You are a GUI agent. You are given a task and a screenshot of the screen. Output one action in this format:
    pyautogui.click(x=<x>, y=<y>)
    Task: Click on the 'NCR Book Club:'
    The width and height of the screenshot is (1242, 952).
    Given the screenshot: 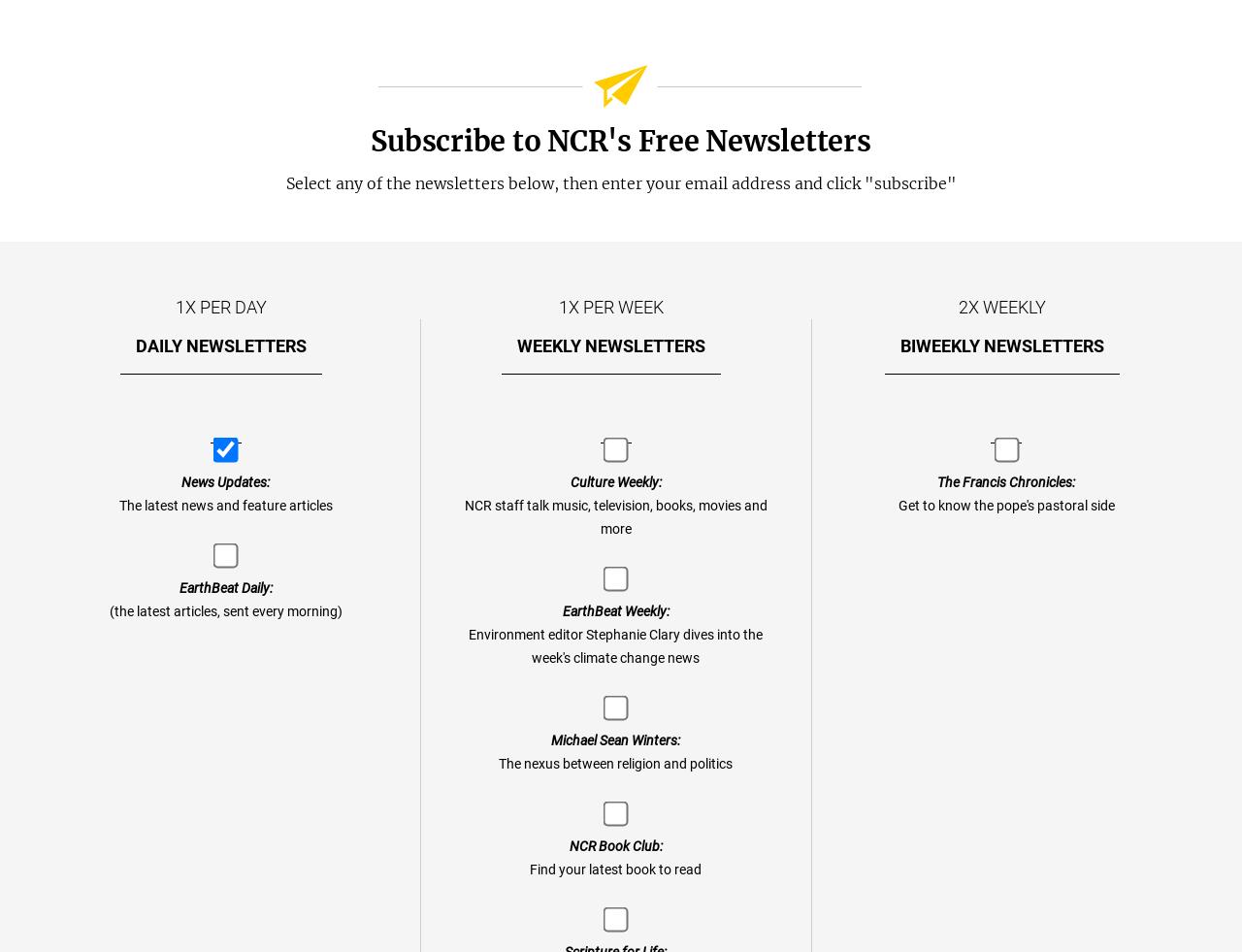 What is the action you would take?
    pyautogui.click(x=613, y=846)
    